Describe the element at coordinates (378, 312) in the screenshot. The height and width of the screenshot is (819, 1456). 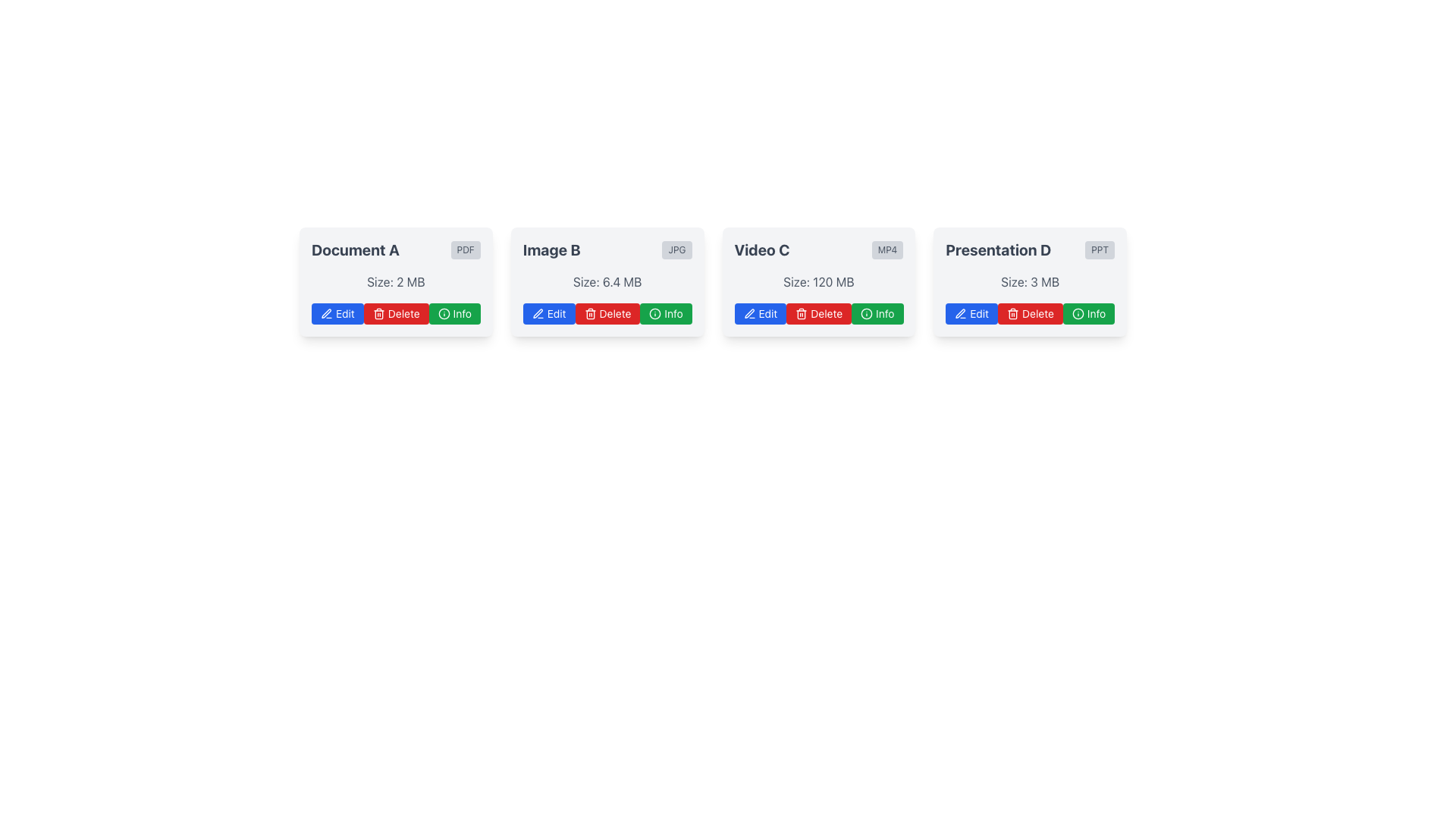
I see `the icon inside the 'Delete' button, which is the second button in a horizontal sequence of actions under the card labeled 'Document A'` at that location.